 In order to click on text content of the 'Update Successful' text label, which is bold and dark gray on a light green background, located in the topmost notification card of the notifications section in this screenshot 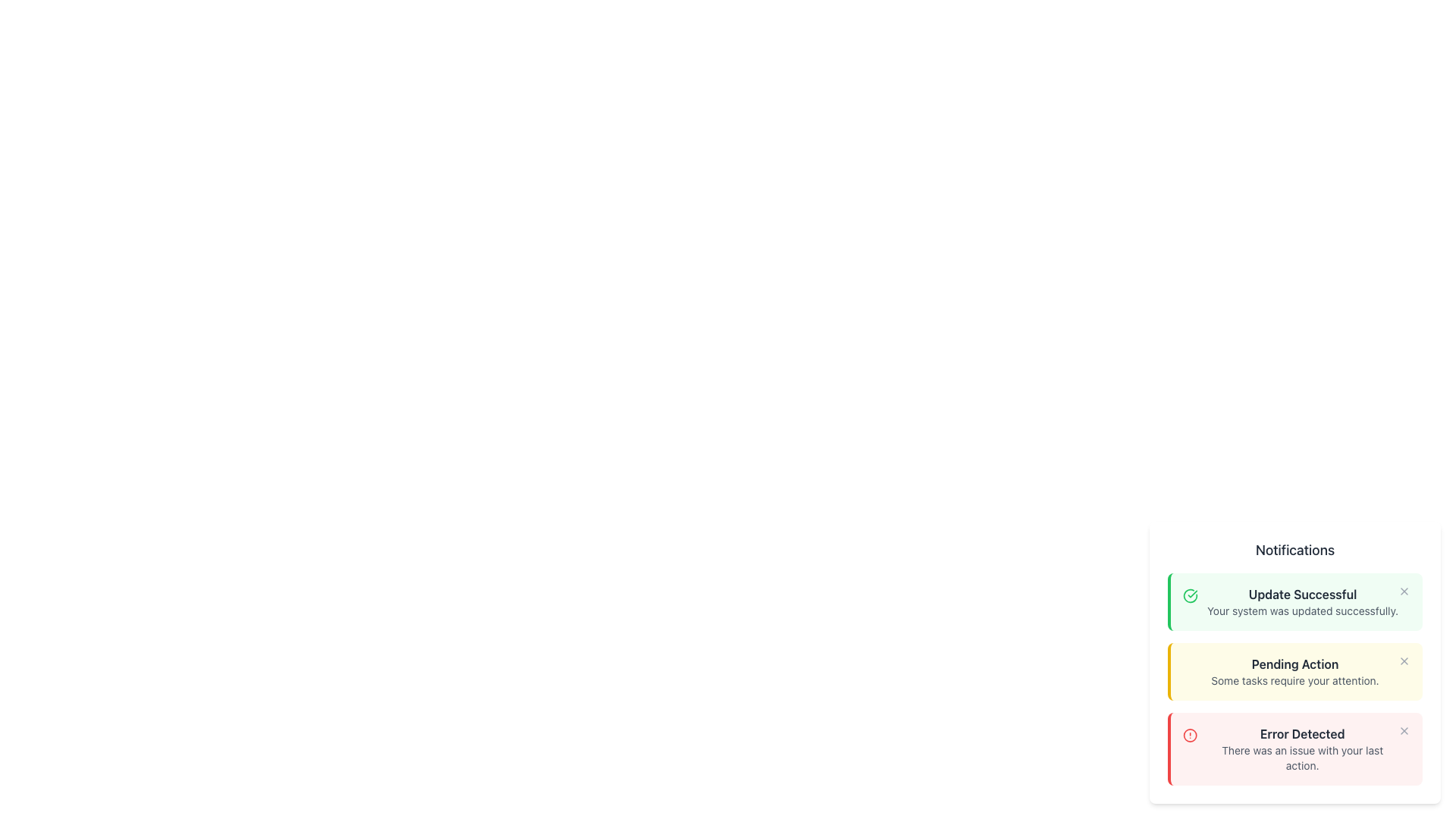, I will do `click(1302, 593)`.